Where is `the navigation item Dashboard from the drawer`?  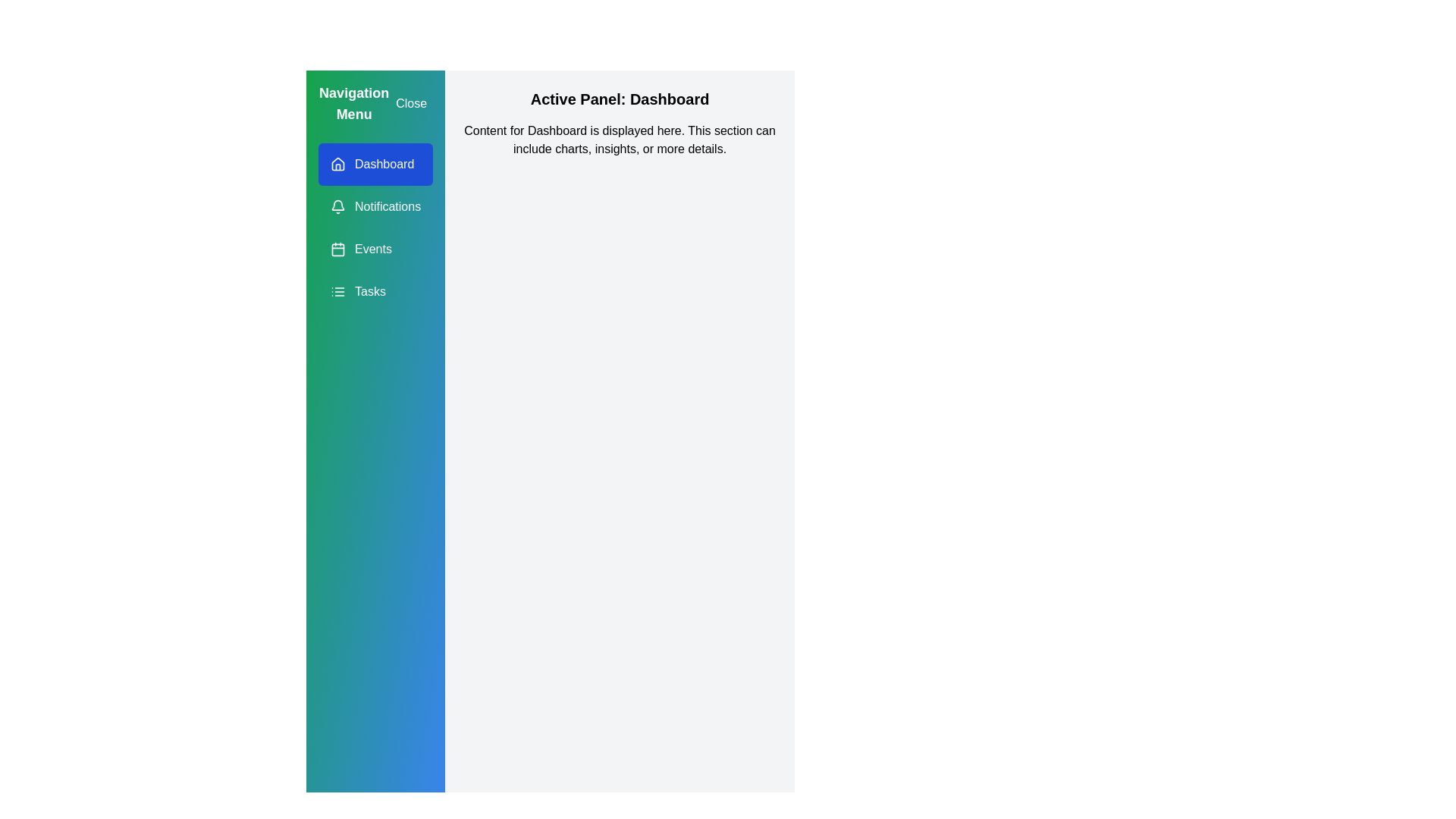 the navigation item Dashboard from the drawer is located at coordinates (375, 164).